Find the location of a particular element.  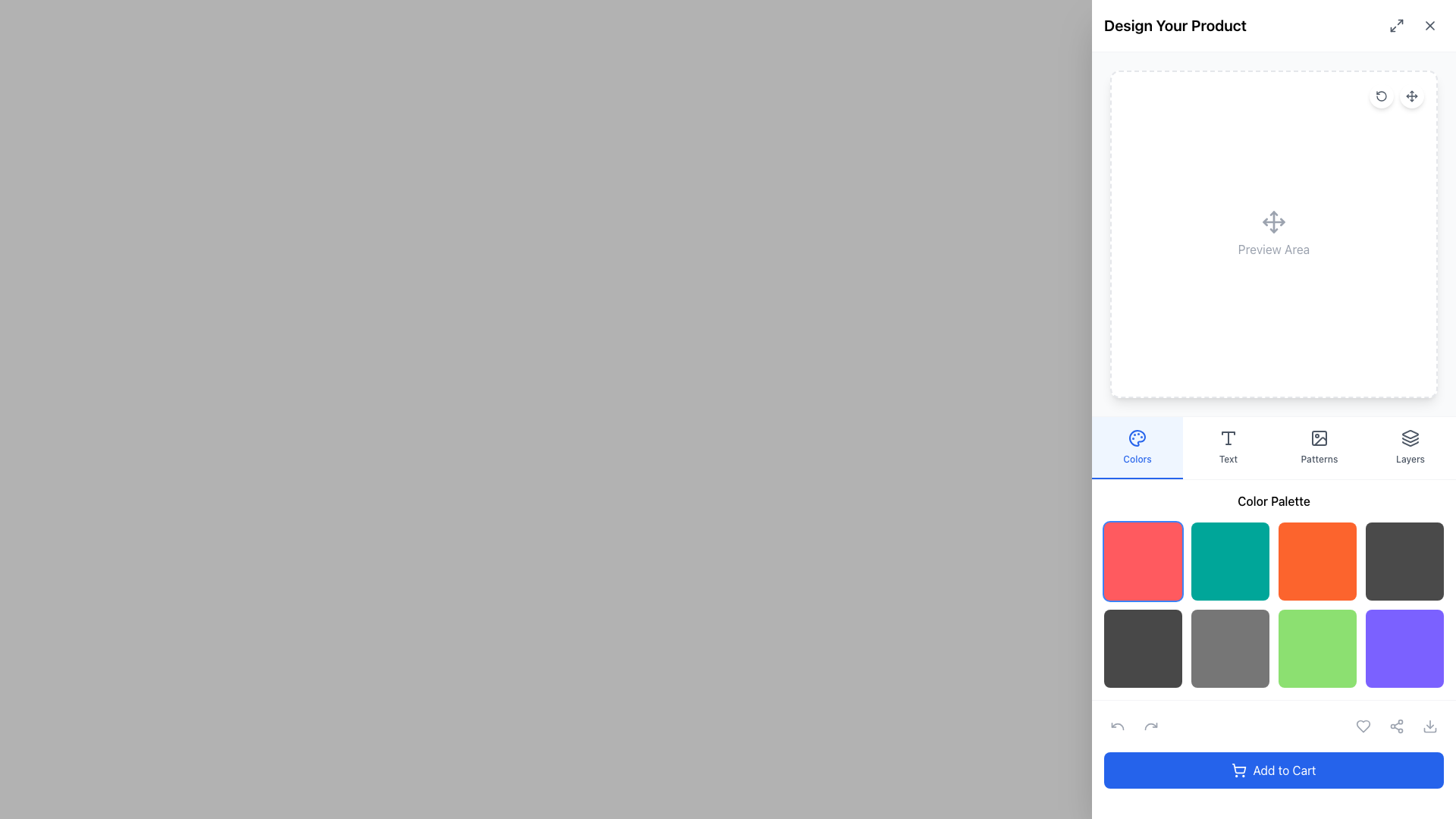

the leftward curved arrow button that represents the undo action, which is styled as a small icon and is the first button in a horizontal layout below the color palette is located at coordinates (1117, 725).